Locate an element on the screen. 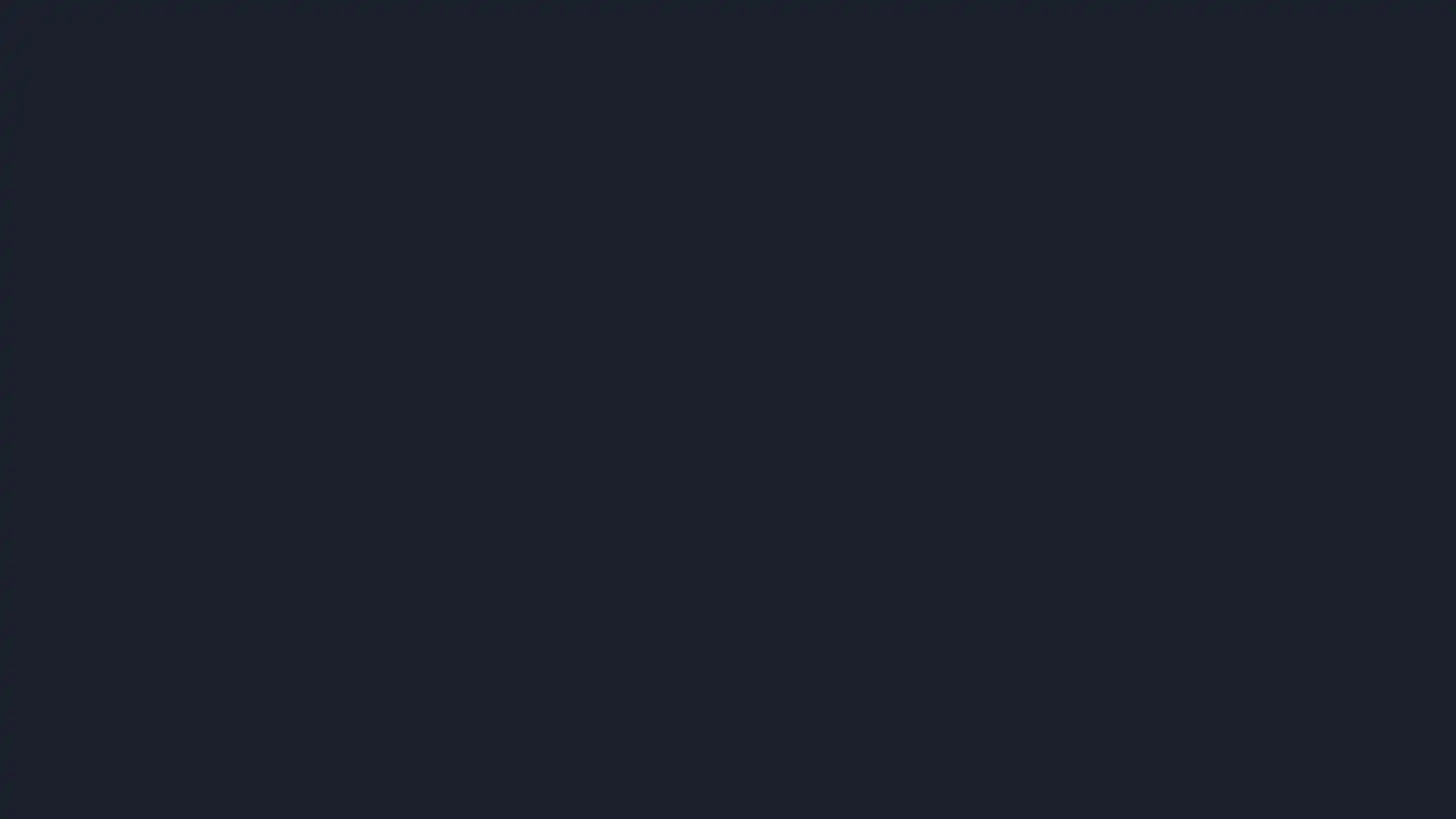 Image resolution: width=1456 pixels, height=819 pixels. Download is located at coordinates (1005, 52).